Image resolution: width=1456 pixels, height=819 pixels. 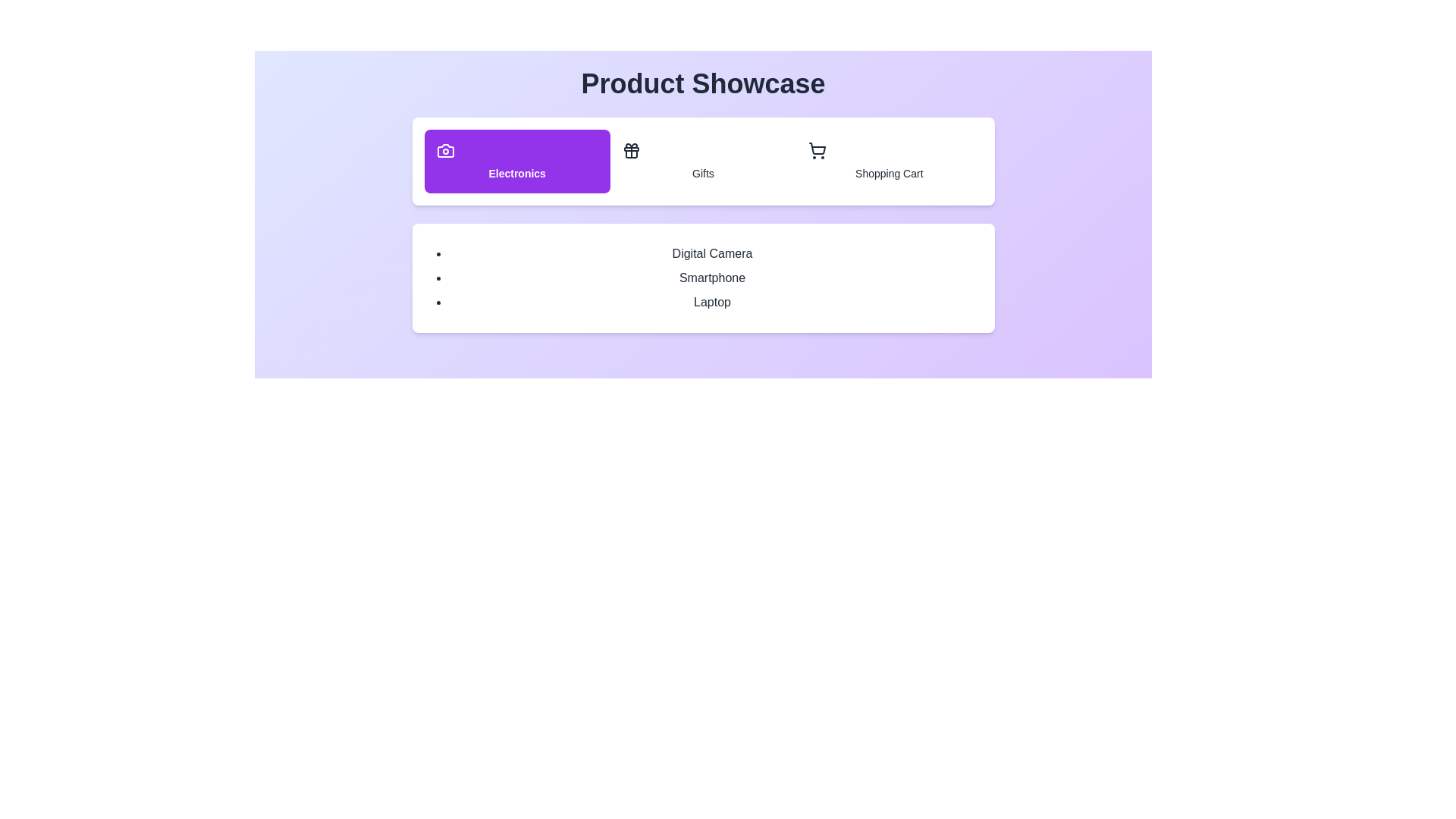 I want to click on the first button in the horizontal row, so click(x=517, y=161).